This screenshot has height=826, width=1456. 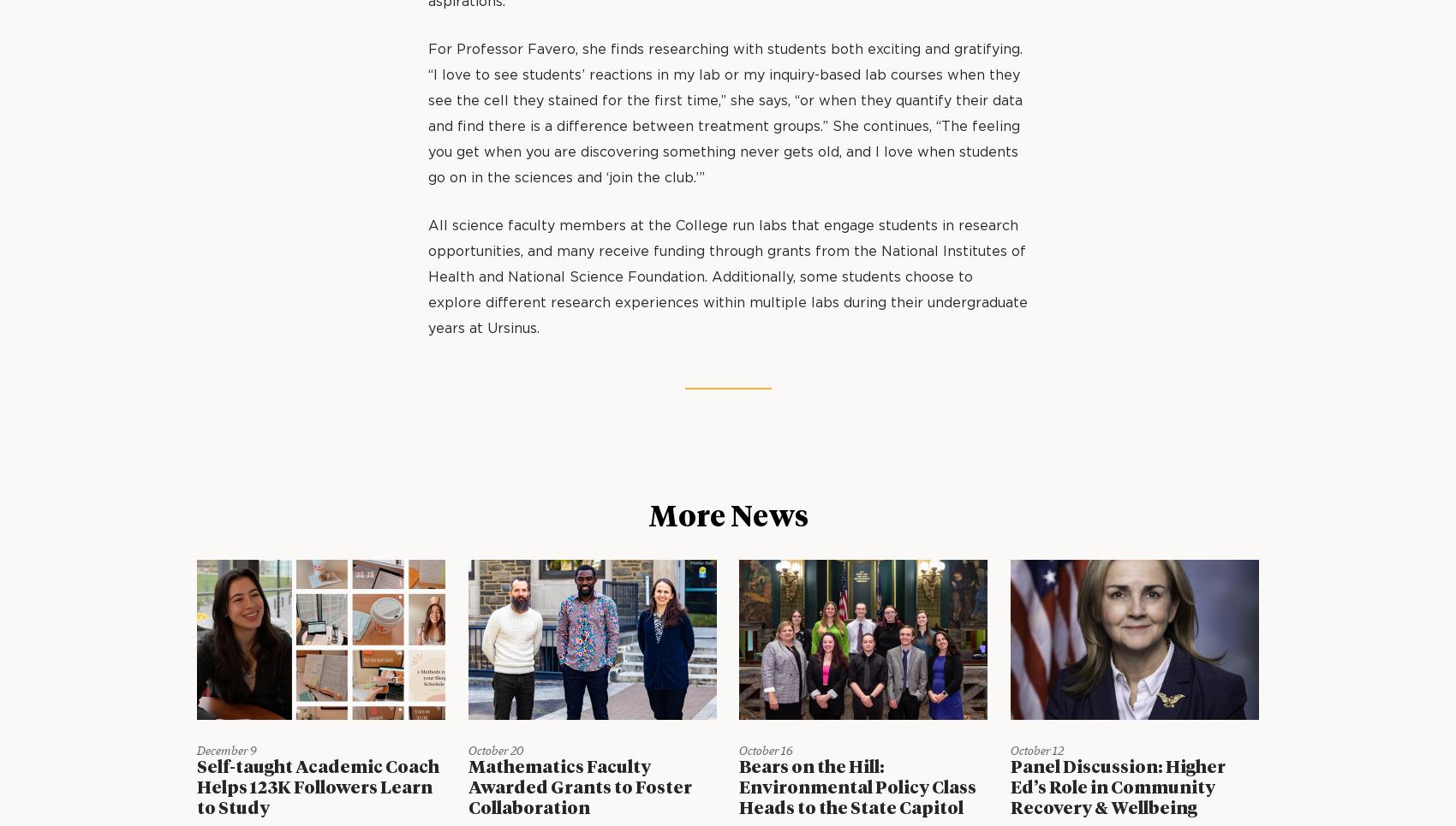 I want to click on 'Panel Discussion: Higher Ed’s Role in Community Recovery & Wellbeing', so click(x=1117, y=787).